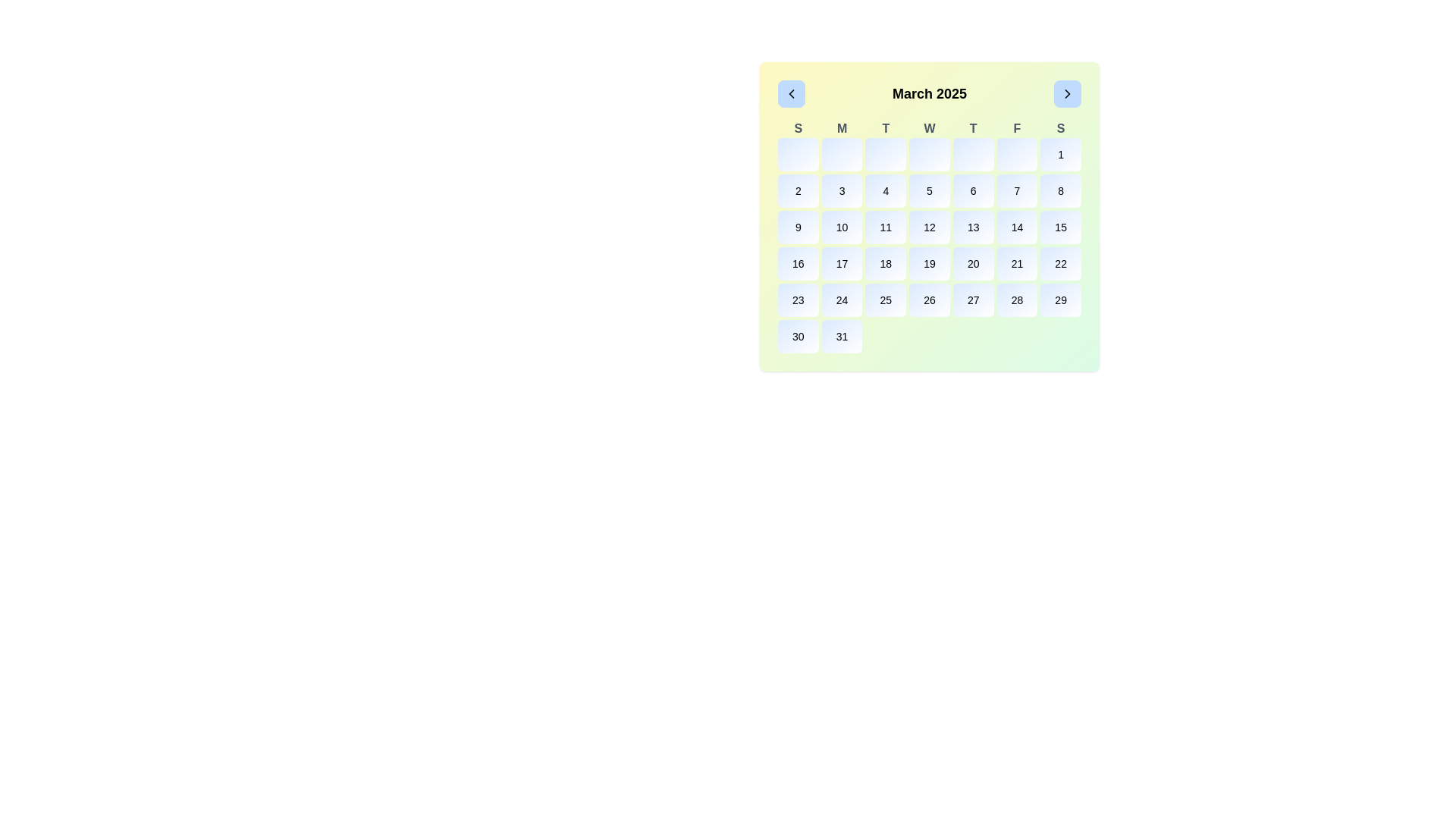 Image resolution: width=1456 pixels, height=819 pixels. I want to click on the Day button representing Wednesday in the calendar grid, so click(886, 155).